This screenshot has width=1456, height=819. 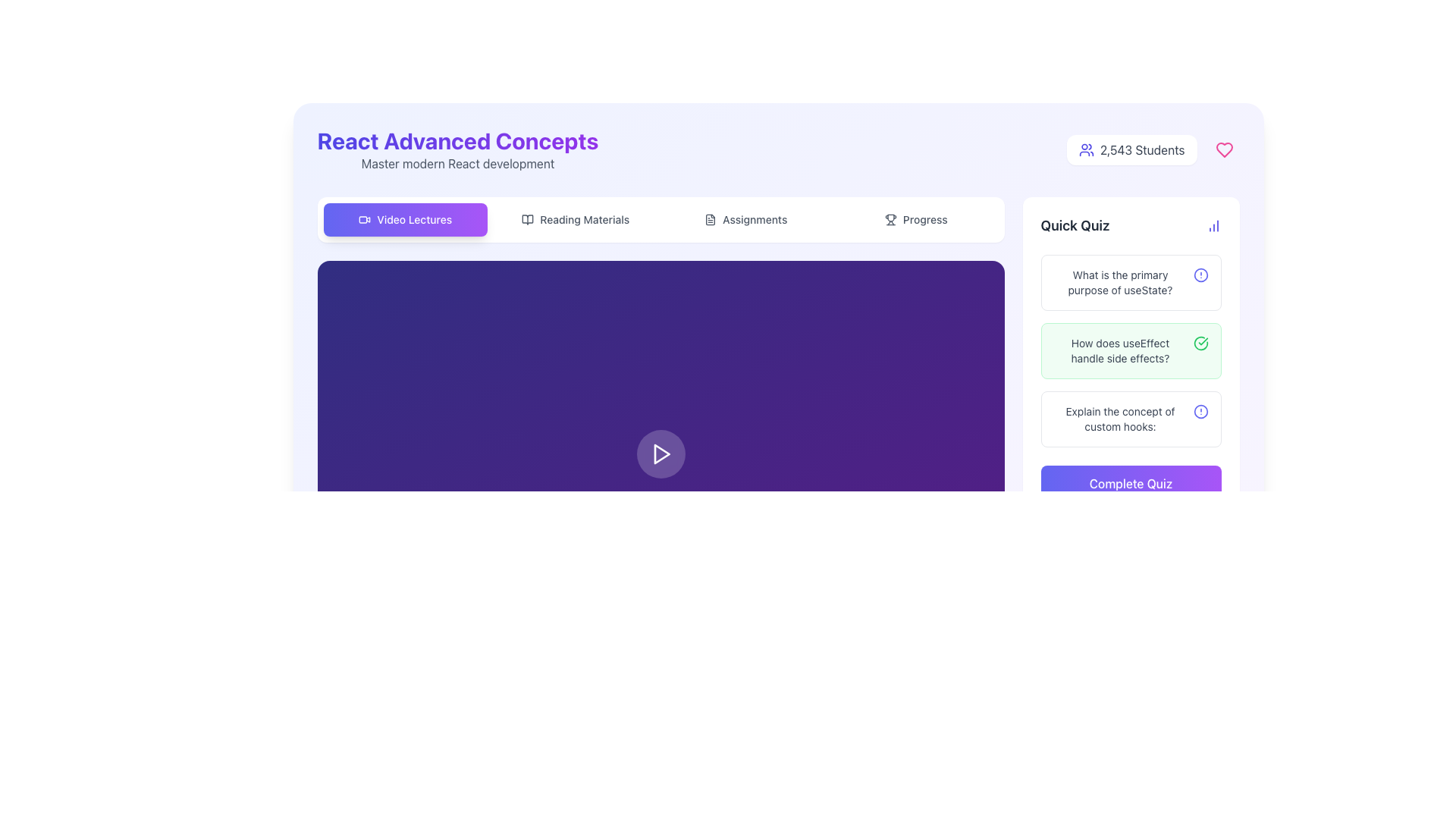 I want to click on the second selectable quiz question card in the 'Quick Quiz' panel, so click(x=1131, y=350).